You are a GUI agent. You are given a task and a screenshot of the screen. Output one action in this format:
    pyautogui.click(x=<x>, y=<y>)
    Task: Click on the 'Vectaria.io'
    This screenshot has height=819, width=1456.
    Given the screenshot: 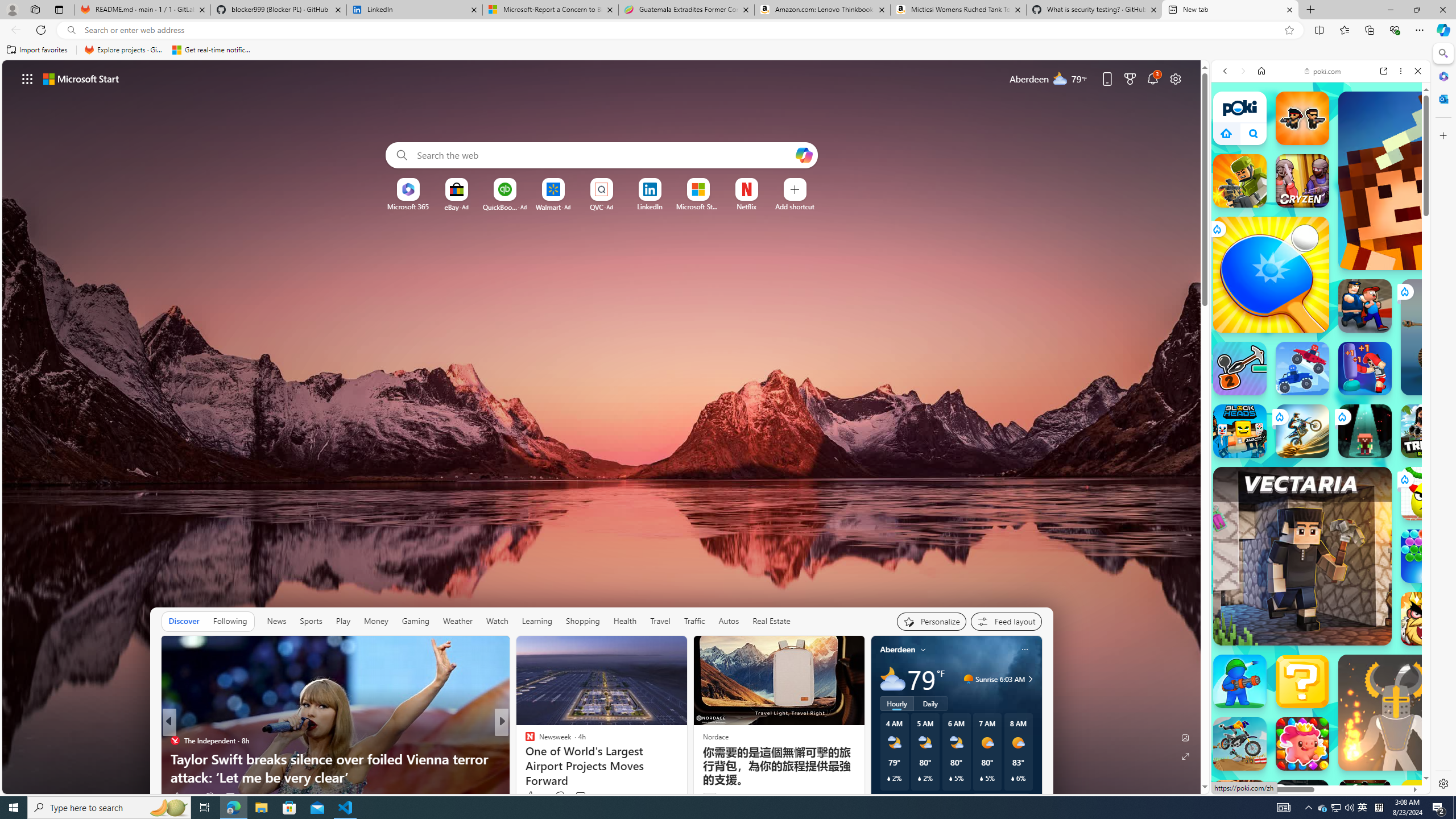 What is the action you would take?
    pyautogui.click(x=1301, y=555)
    